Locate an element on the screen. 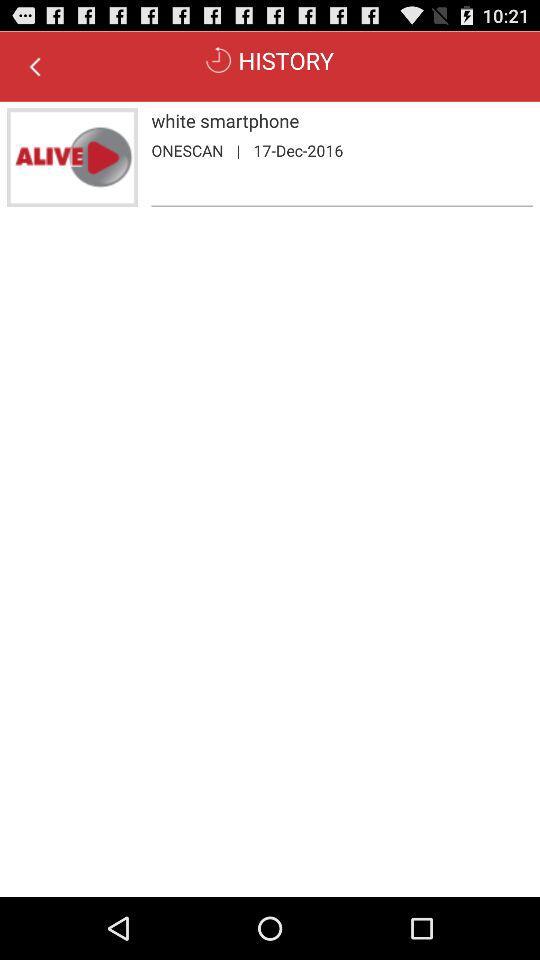 The width and height of the screenshot is (540, 960). icon next to the | is located at coordinates (187, 149).